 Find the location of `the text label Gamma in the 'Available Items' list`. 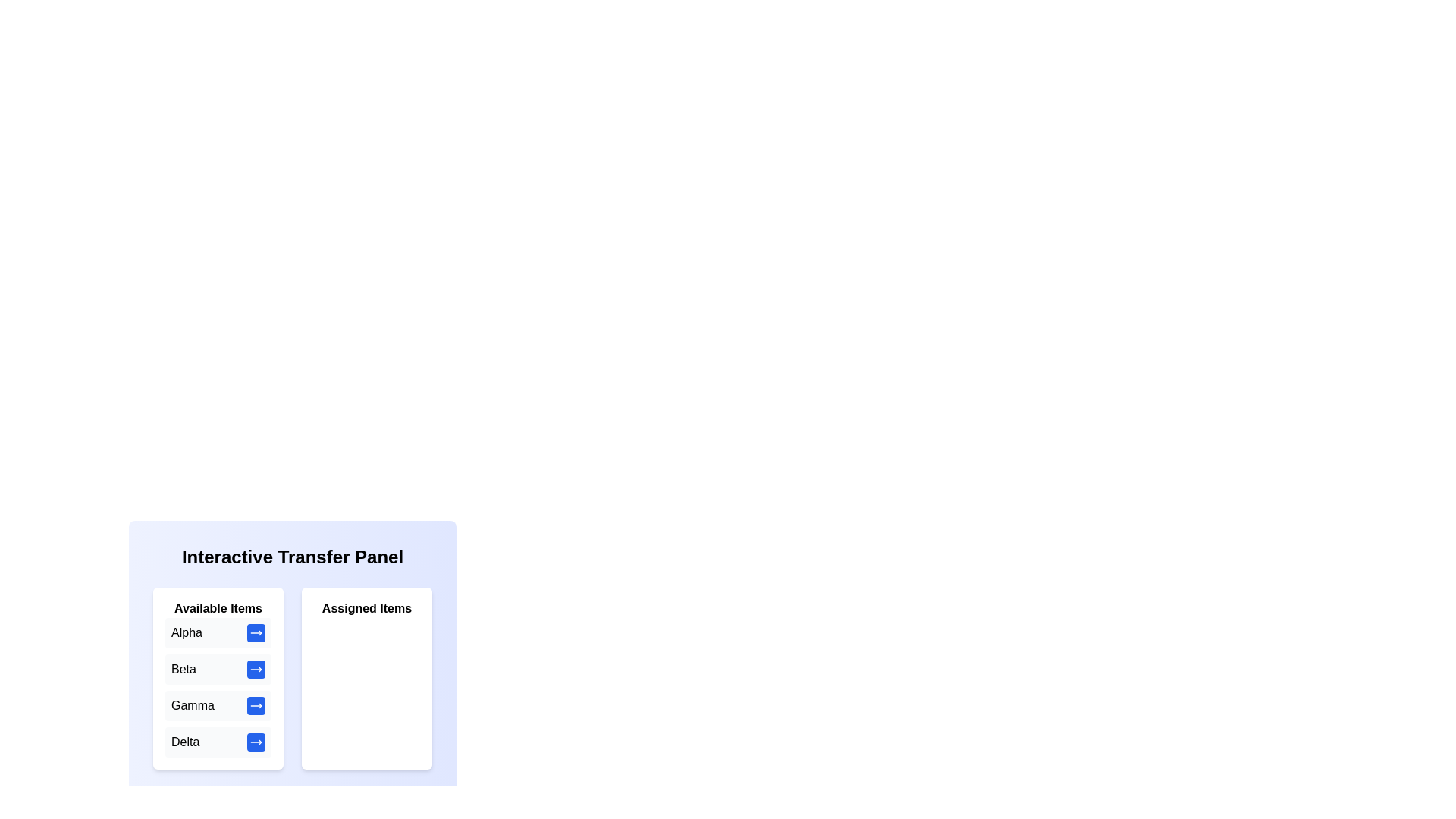

the text label Gamma in the 'Available Items' list is located at coordinates (192, 705).